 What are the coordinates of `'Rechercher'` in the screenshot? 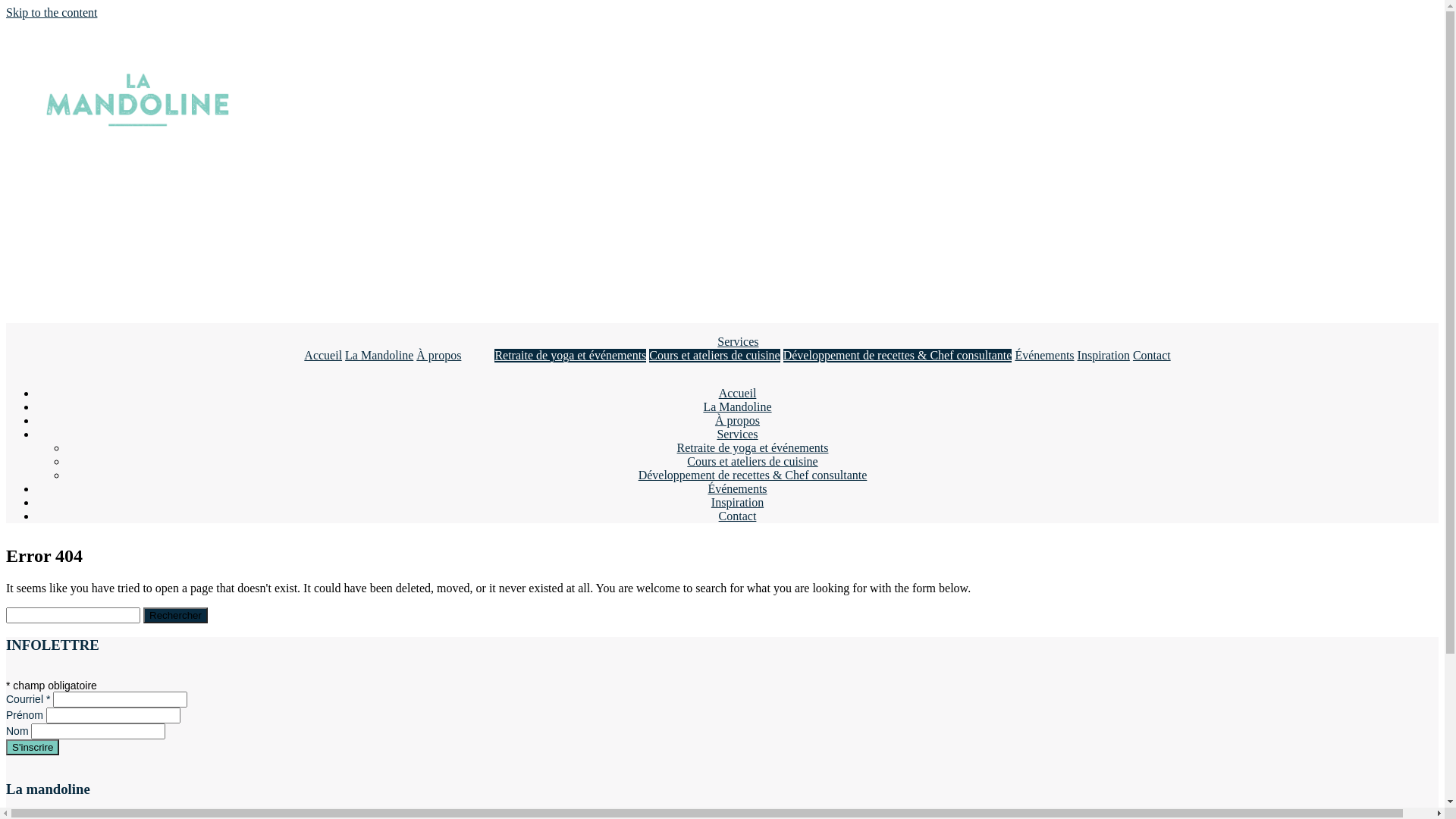 It's located at (143, 615).